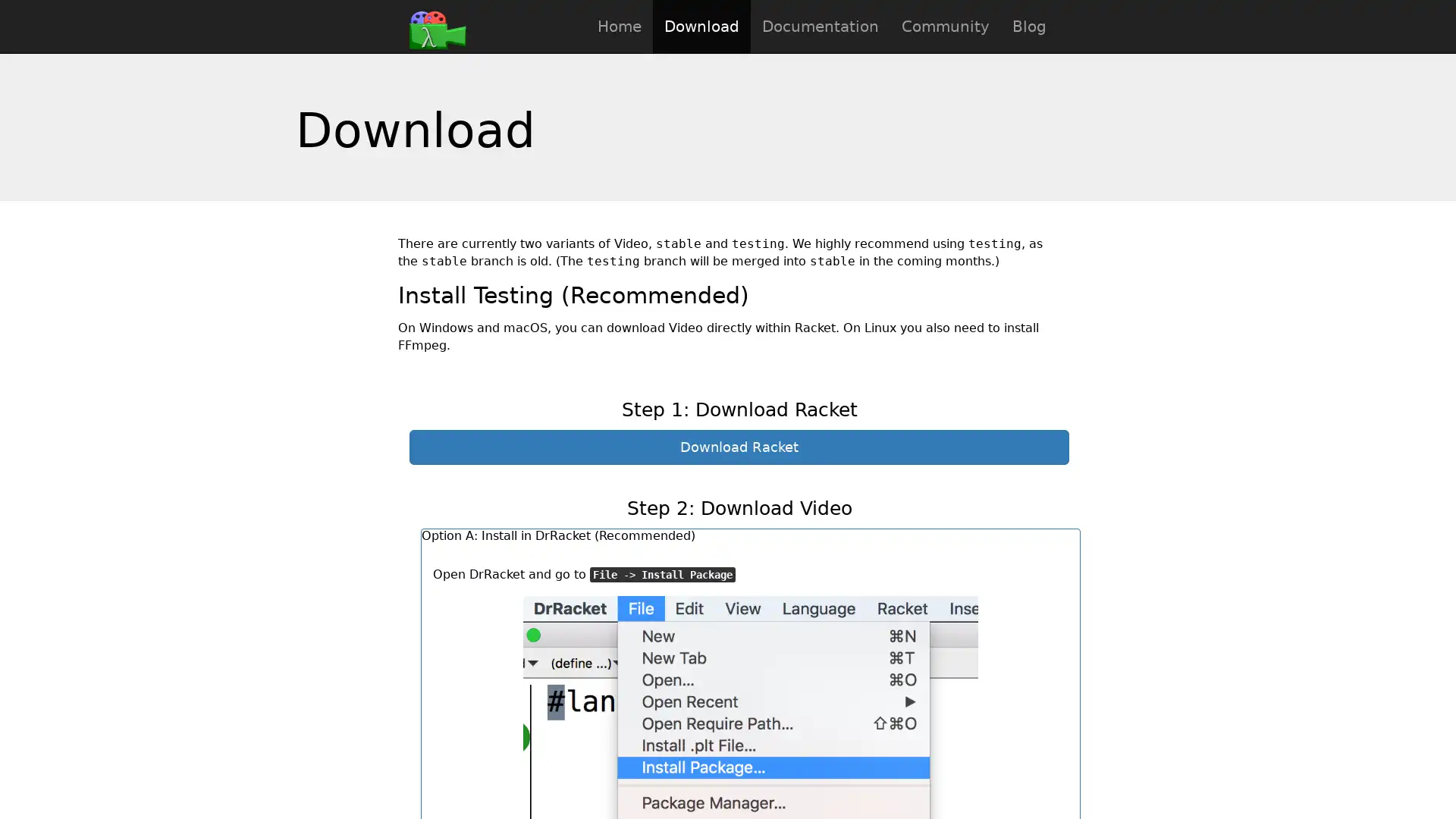 This screenshot has height=819, width=1456. I want to click on Download Racket, so click(739, 447).